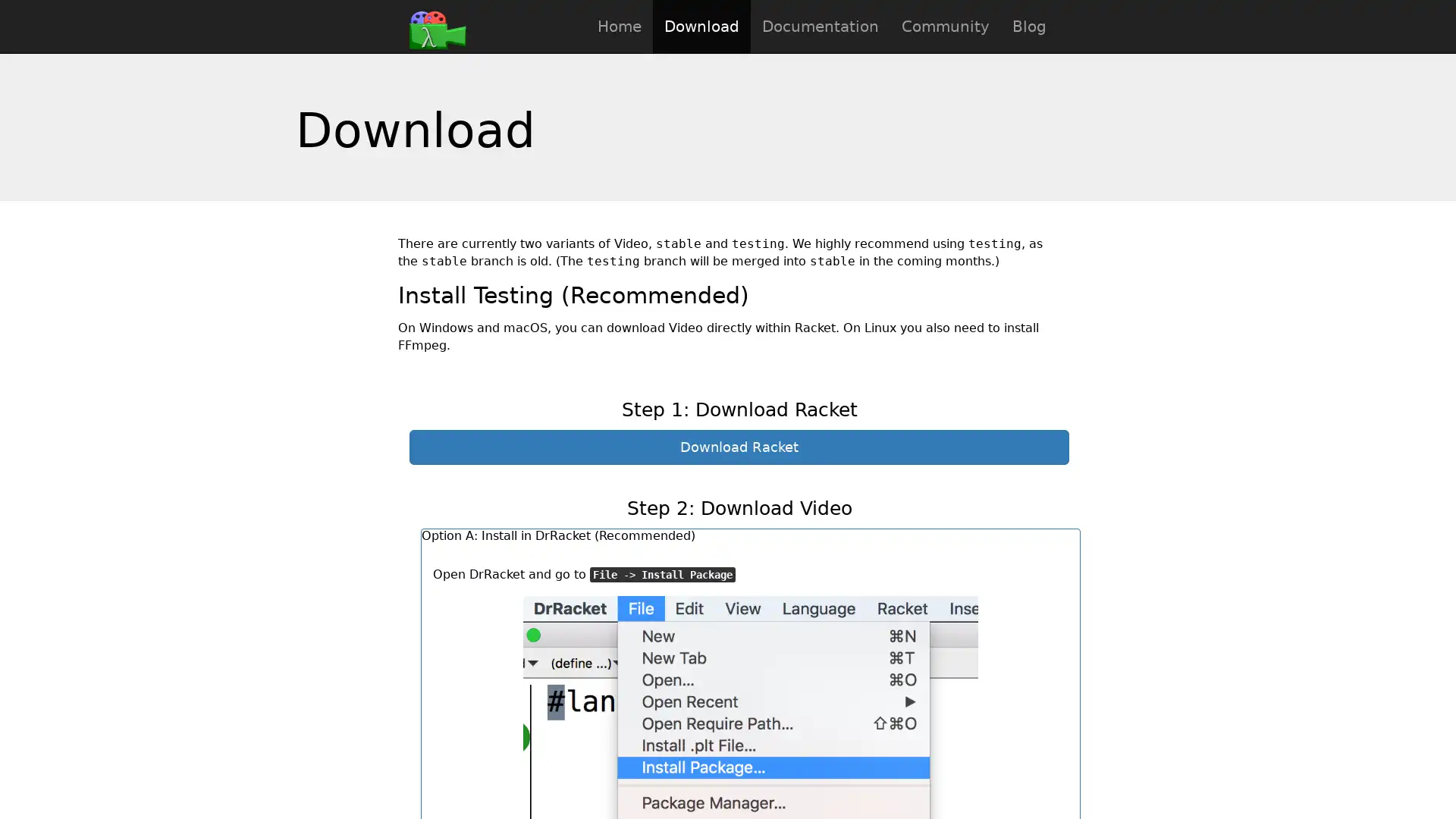 This screenshot has height=819, width=1456. I want to click on Download Racket, so click(739, 447).